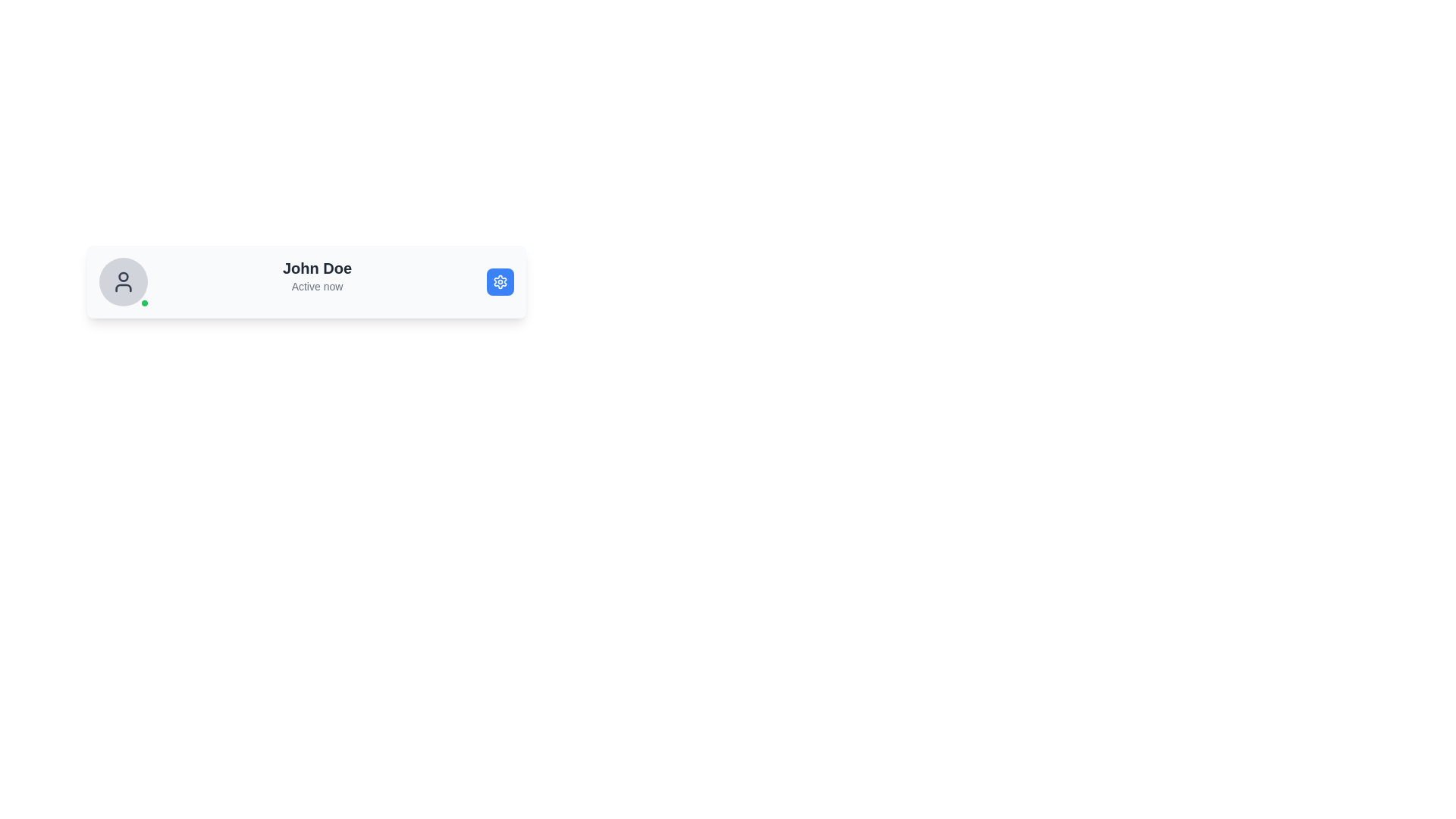  What do you see at coordinates (500, 281) in the screenshot?
I see `the blue circular settings button with a gear icon` at bounding box center [500, 281].